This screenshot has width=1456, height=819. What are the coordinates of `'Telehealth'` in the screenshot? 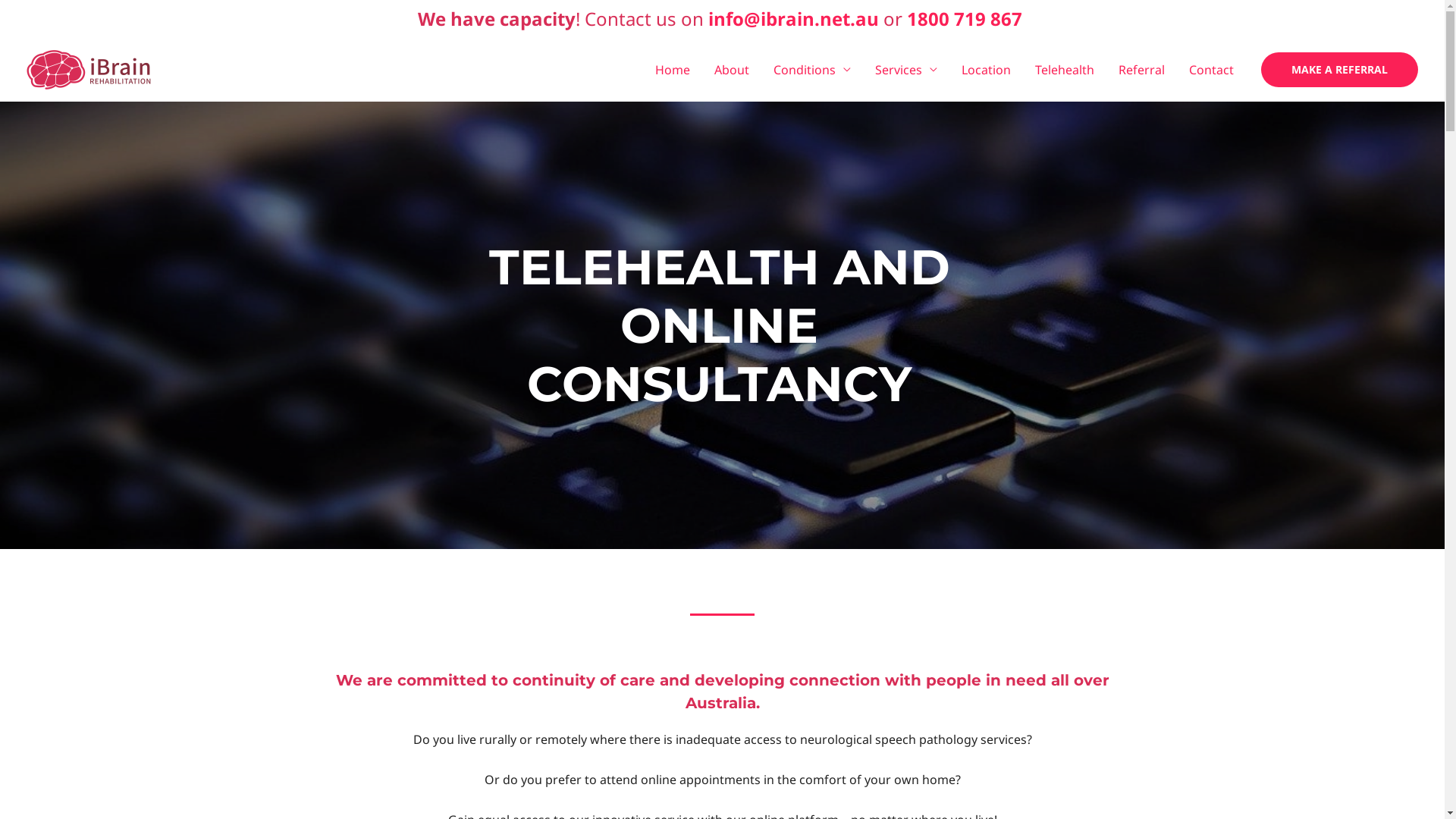 It's located at (1063, 70).